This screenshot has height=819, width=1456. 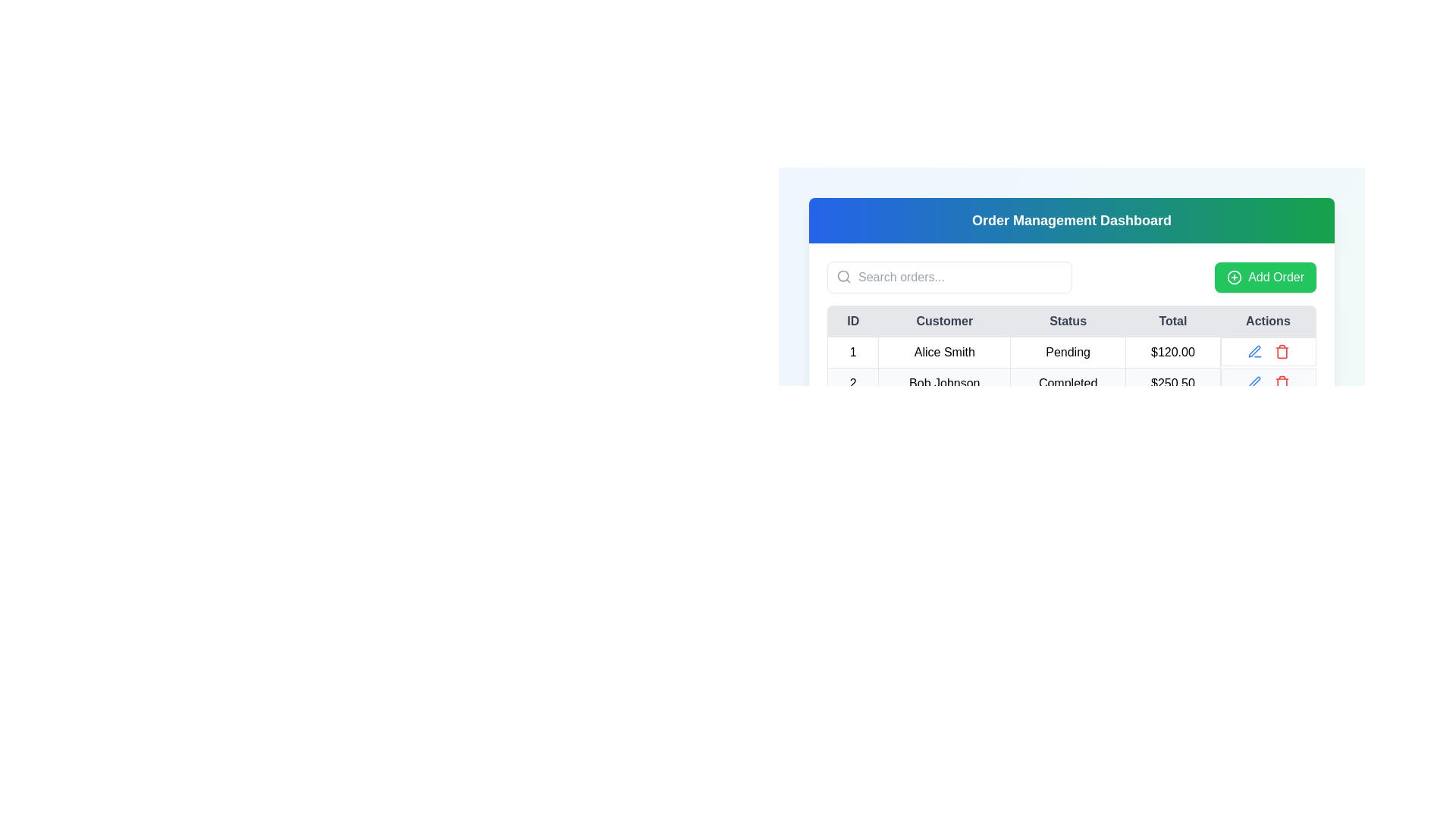 I want to click on the red trash bin icon button, so click(x=1281, y=381).